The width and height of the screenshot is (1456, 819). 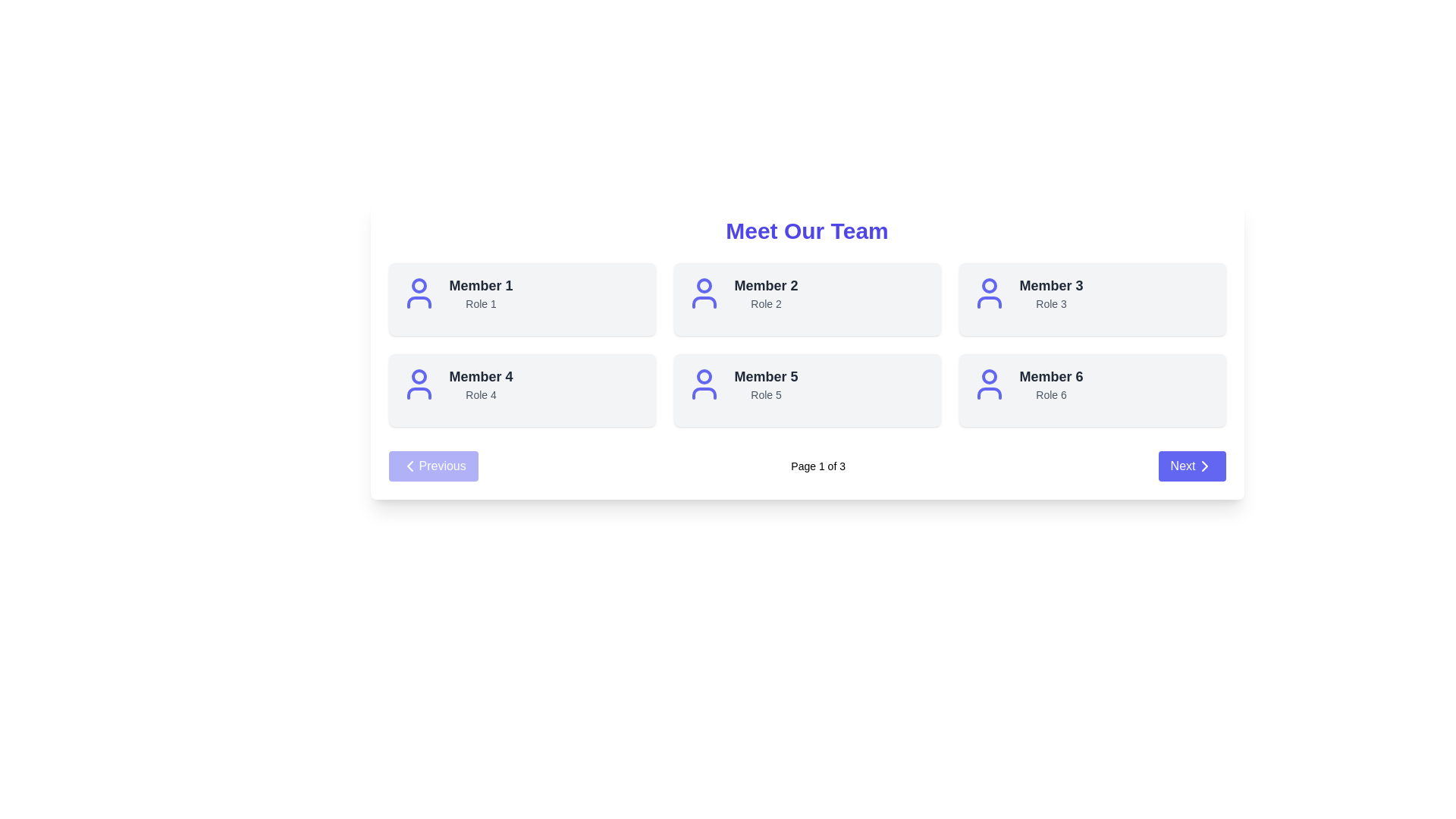 What do you see at coordinates (766, 394) in the screenshot?
I see `the text label indicating the role of the member in the fifth card of the grid layout, located in the bottom row, second column` at bounding box center [766, 394].